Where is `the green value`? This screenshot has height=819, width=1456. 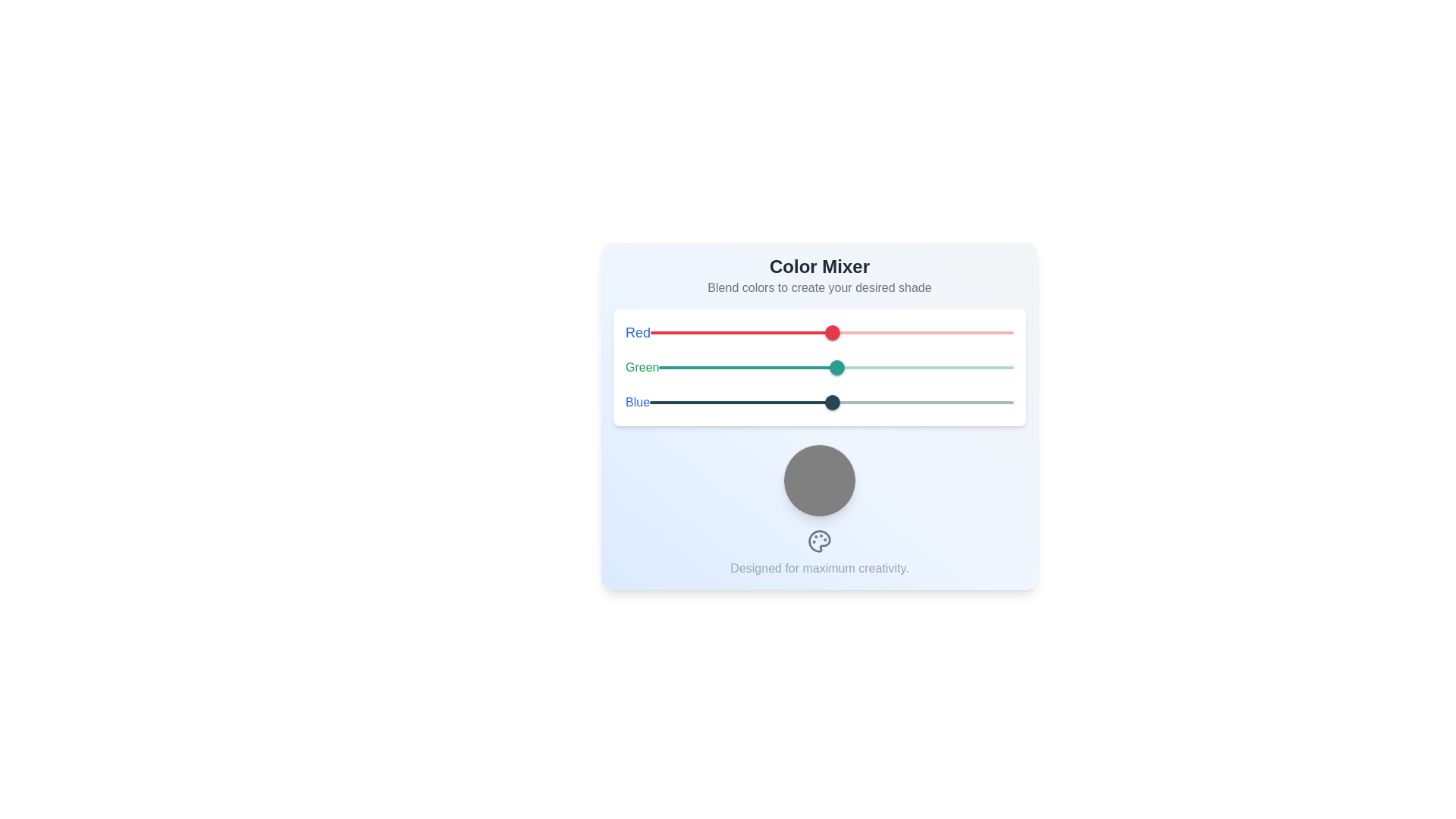
the green value is located at coordinates (810, 368).